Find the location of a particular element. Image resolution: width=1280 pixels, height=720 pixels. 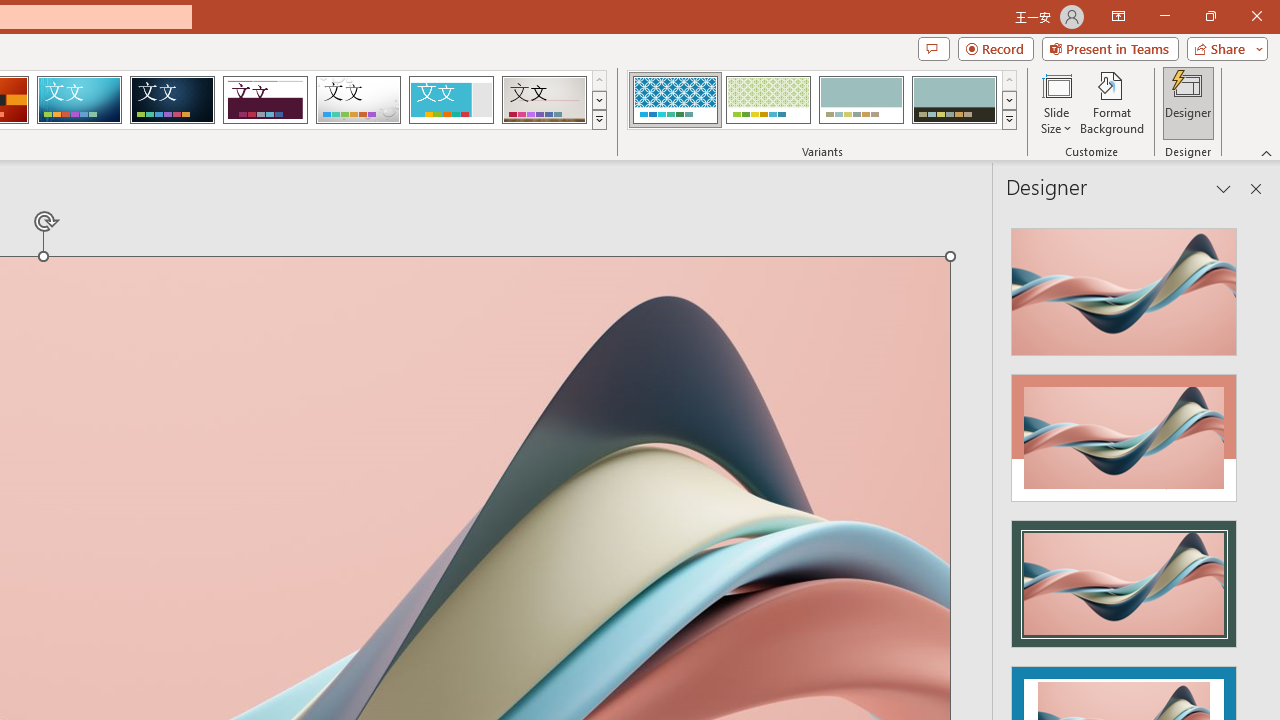

'Variants' is located at coordinates (1009, 120).